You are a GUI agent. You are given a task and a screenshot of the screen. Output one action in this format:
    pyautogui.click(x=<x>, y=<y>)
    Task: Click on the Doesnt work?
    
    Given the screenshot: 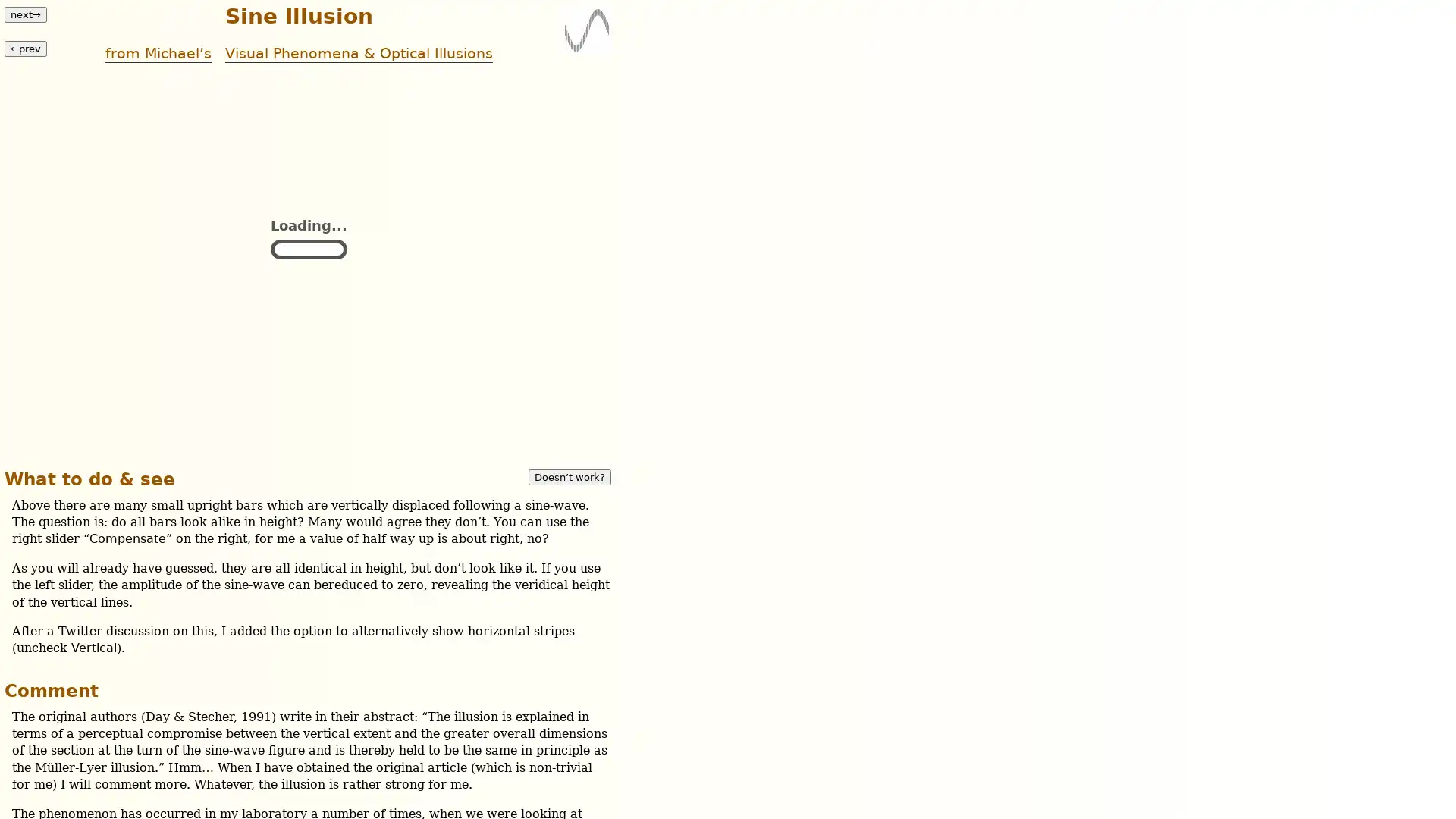 What is the action you would take?
    pyautogui.click(x=569, y=475)
    